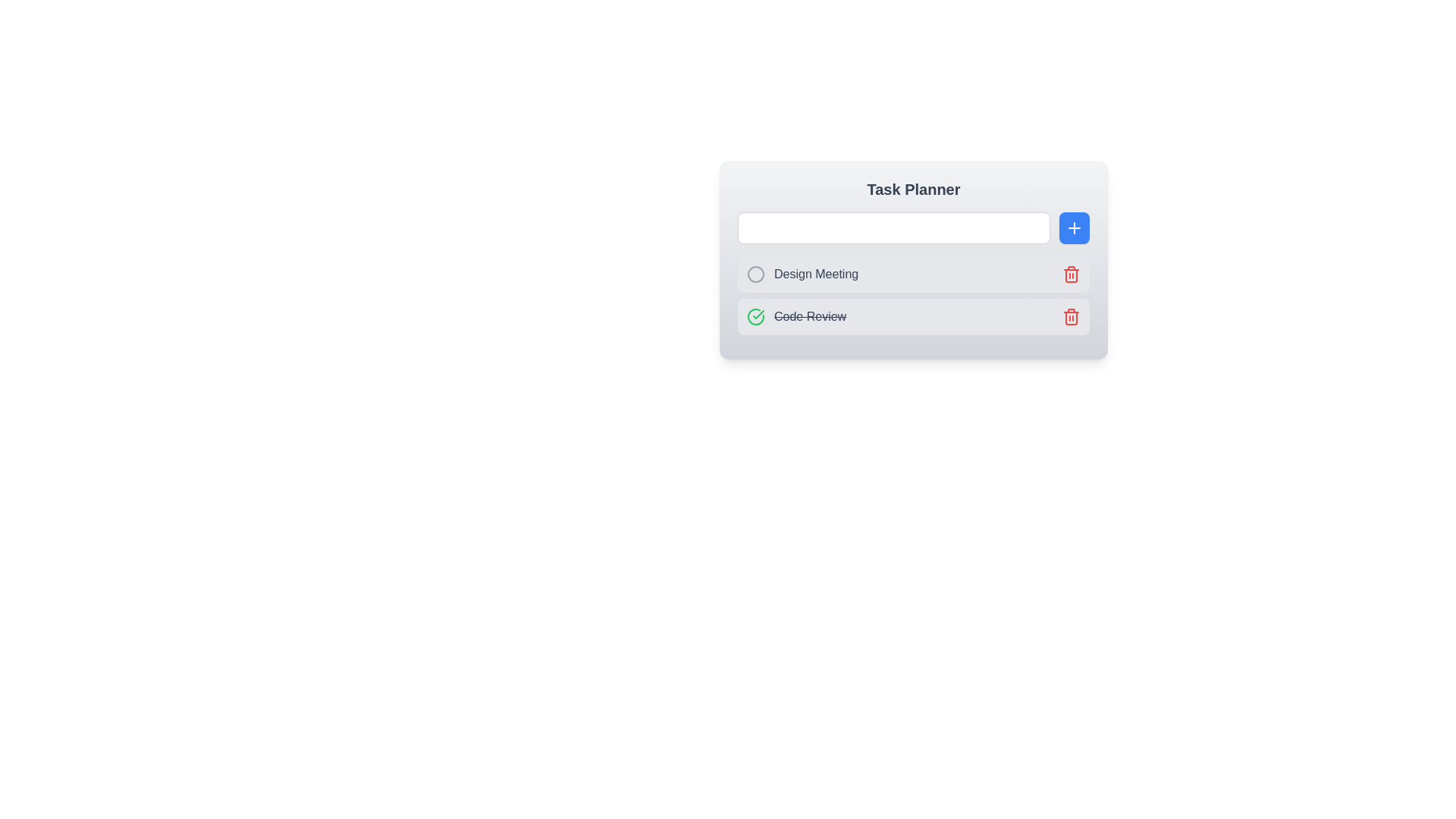 Image resolution: width=1456 pixels, height=819 pixels. I want to click on the checkbox to the left of the 'Code Review' text in the task list, so click(756, 315).